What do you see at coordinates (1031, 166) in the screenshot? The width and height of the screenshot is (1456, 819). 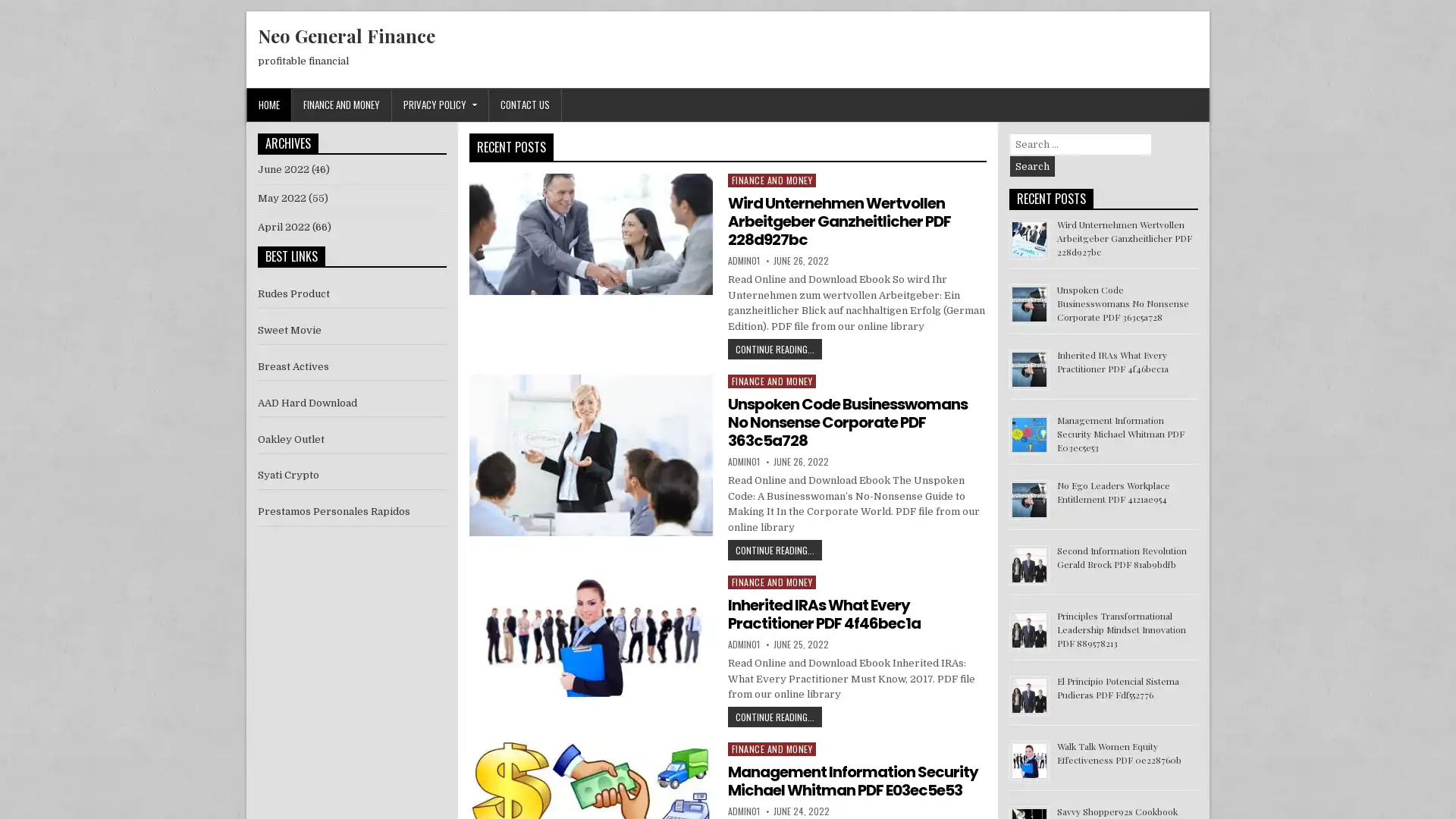 I see `Search` at bounding box center [1031, 166].